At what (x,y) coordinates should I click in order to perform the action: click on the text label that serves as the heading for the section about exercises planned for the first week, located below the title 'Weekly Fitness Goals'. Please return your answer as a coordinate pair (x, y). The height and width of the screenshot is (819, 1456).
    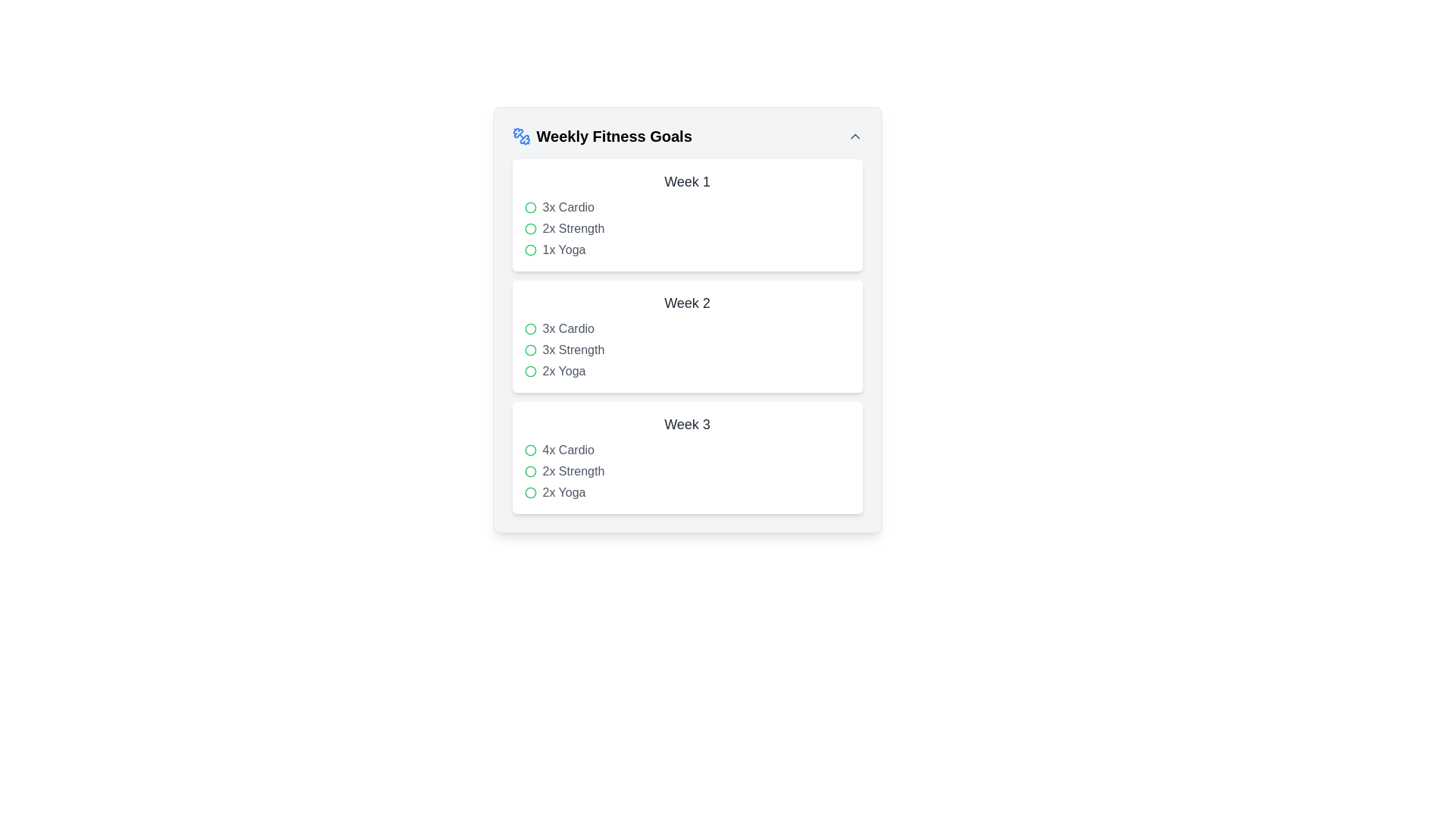
    Looking at the image, I should click on (686, 180).